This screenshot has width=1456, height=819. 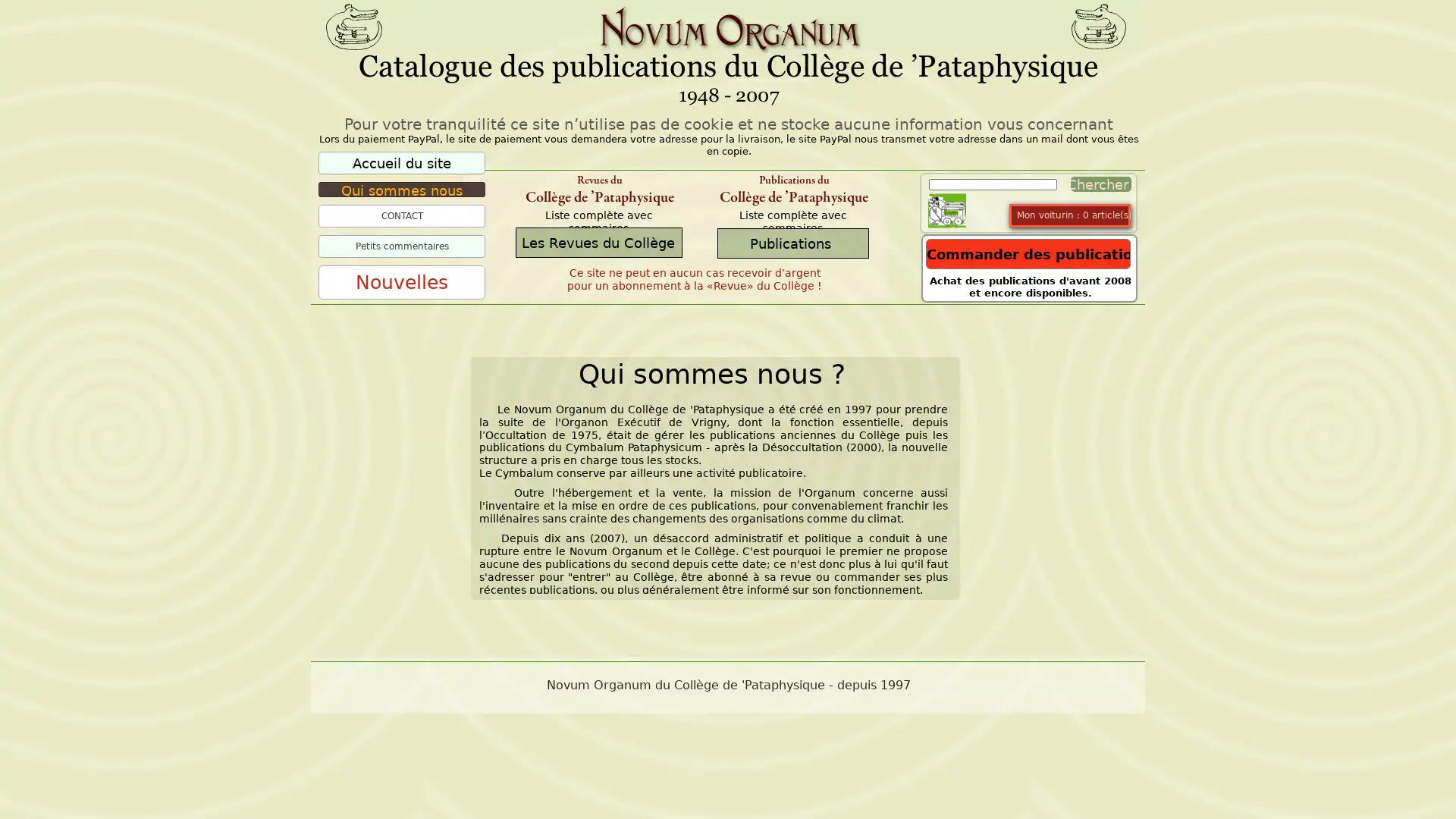 What do you see at coordinates (1028, 253) in the screenshot?
I see `Commander des publications` at bounding box center [1028, 253].